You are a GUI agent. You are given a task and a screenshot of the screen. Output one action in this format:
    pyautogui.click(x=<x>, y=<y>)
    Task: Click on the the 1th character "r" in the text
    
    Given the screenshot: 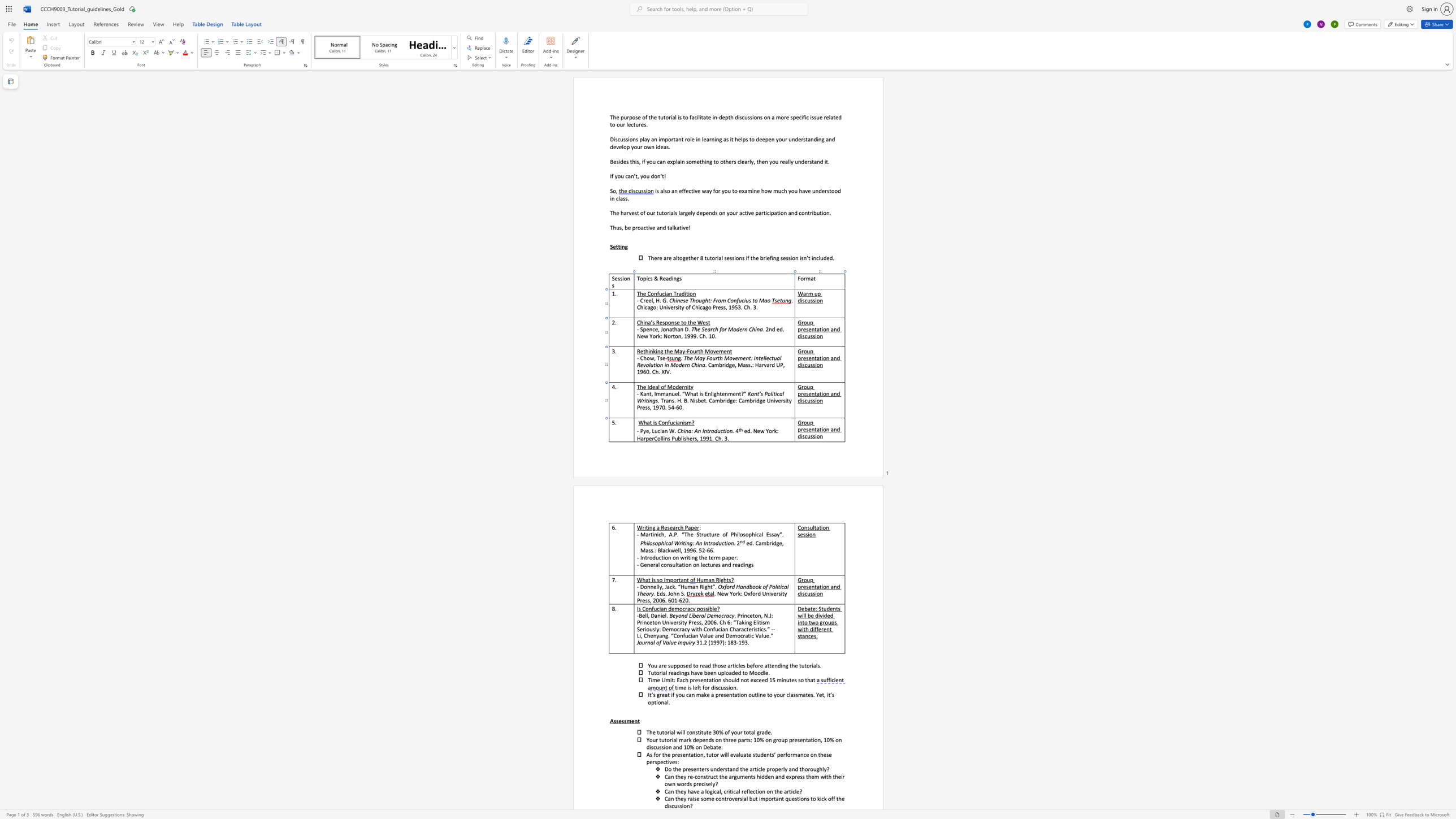 What is the action you would take?
    pyautogui.click(x=802, y=387)
    